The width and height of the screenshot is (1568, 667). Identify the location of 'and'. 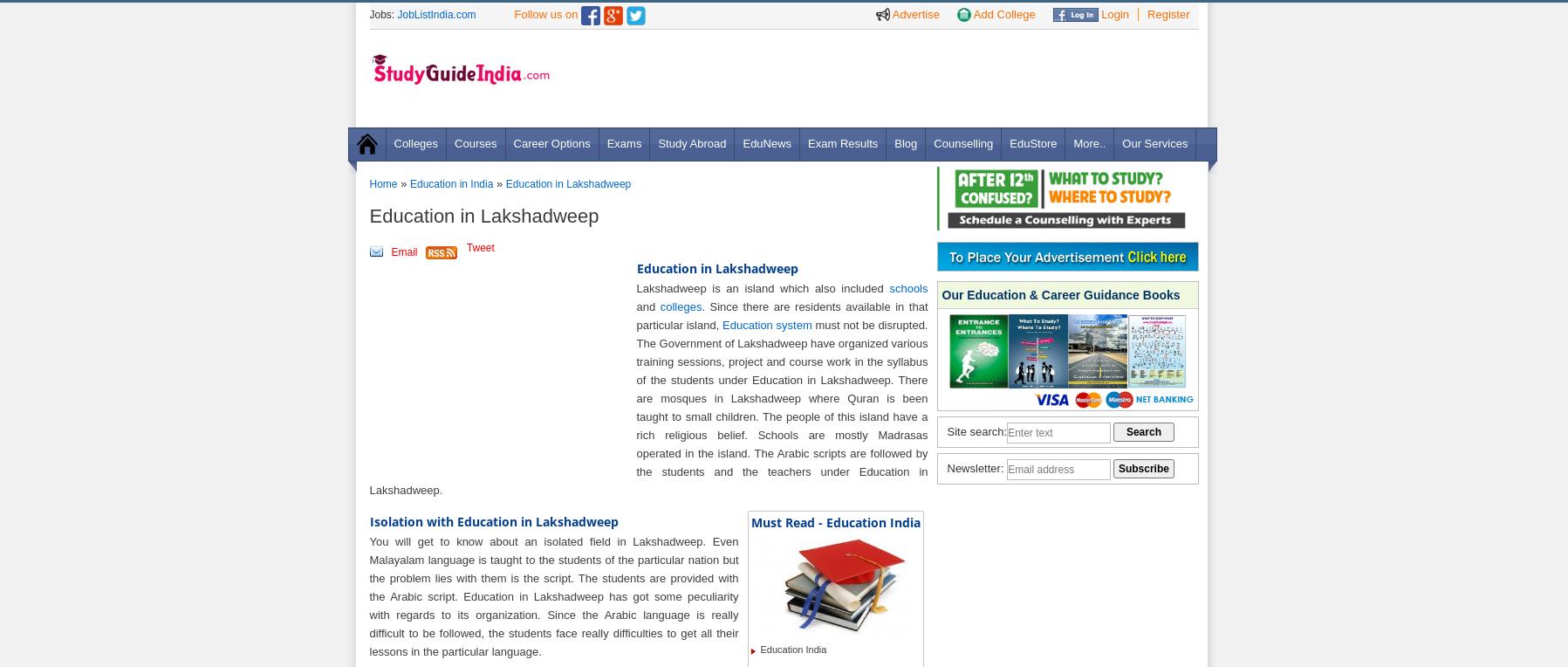
(635, 306).